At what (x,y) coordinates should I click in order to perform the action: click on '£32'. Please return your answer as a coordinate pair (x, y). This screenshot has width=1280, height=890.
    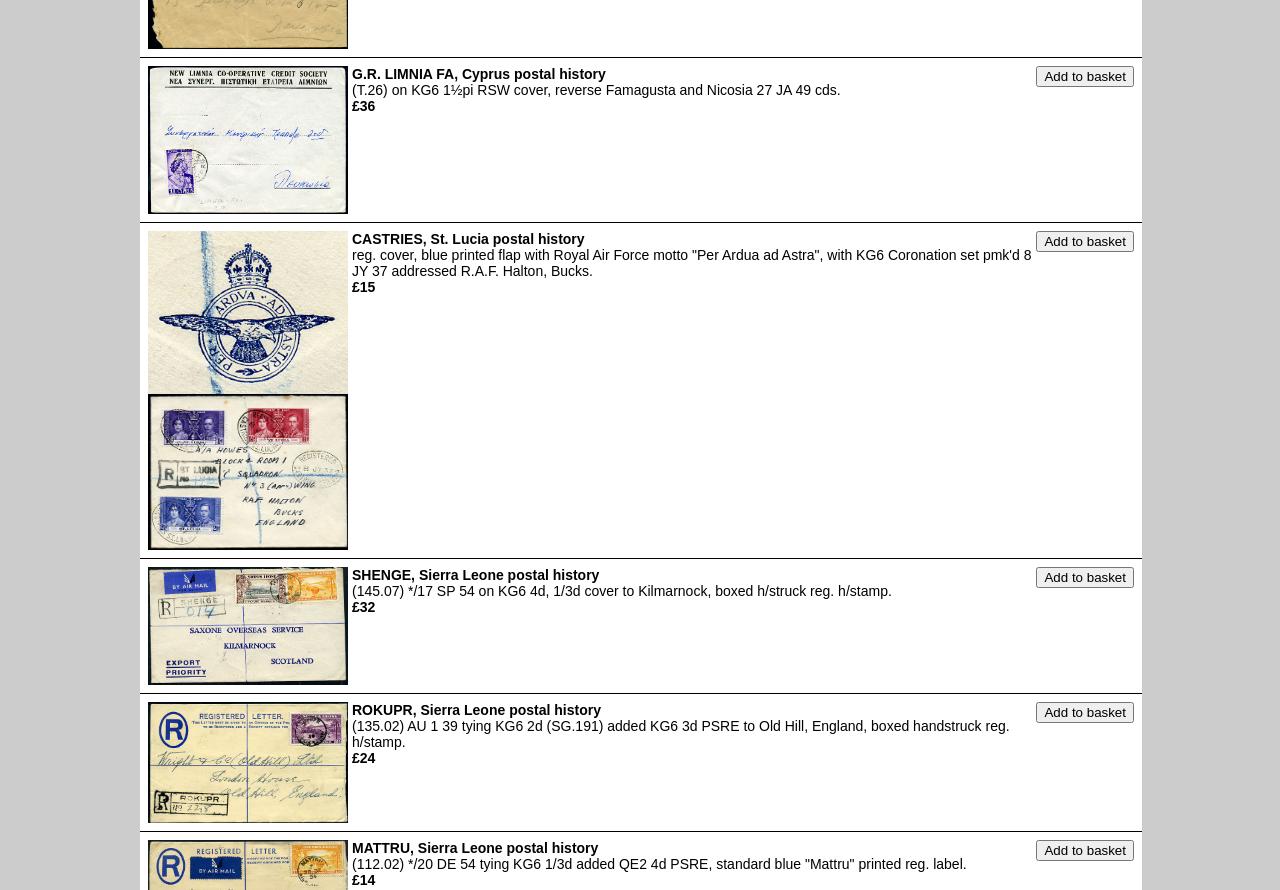
    Looking at the image, I should click on (363, 606).